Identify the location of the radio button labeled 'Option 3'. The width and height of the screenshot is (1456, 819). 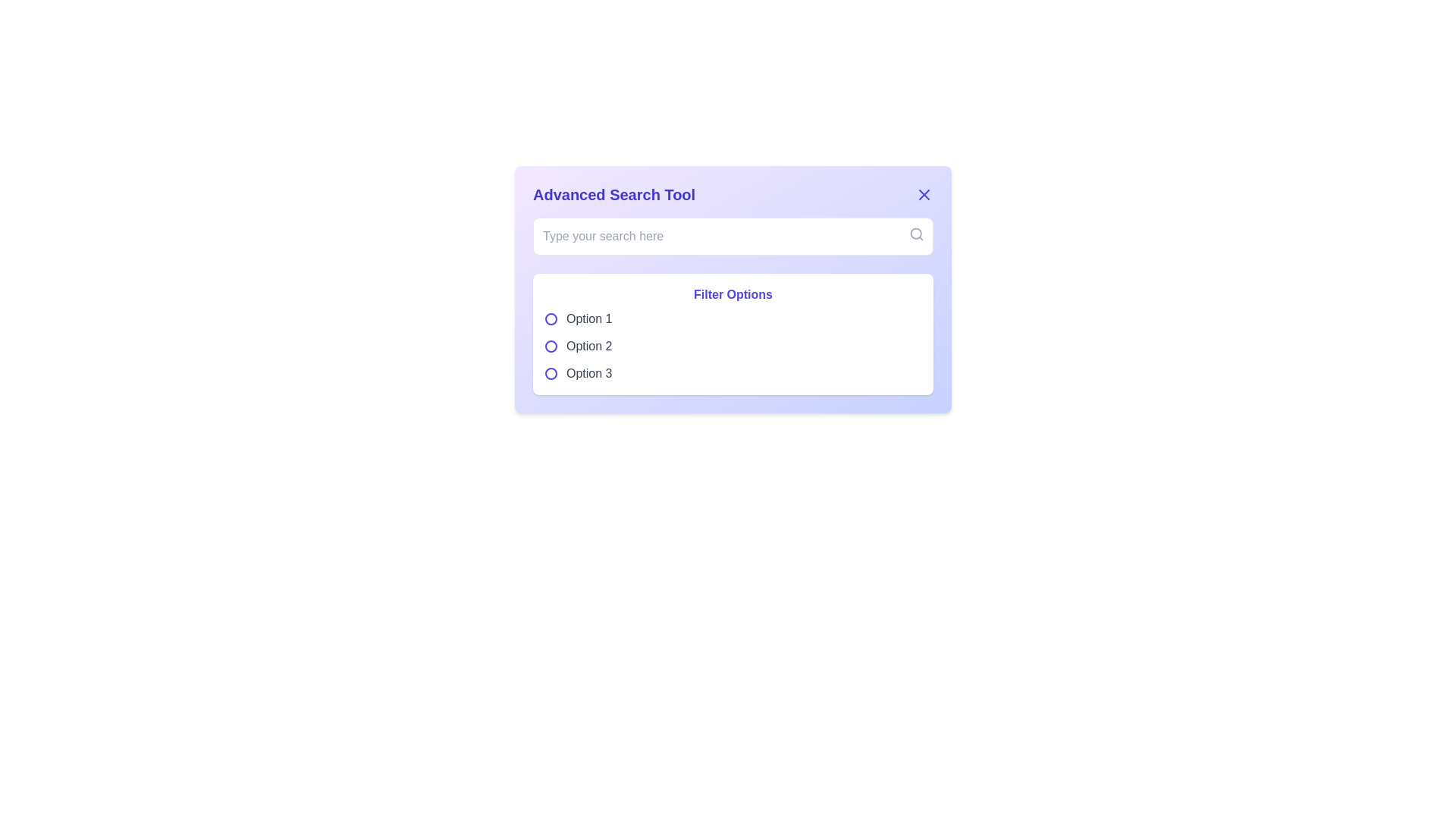
(733, 374).